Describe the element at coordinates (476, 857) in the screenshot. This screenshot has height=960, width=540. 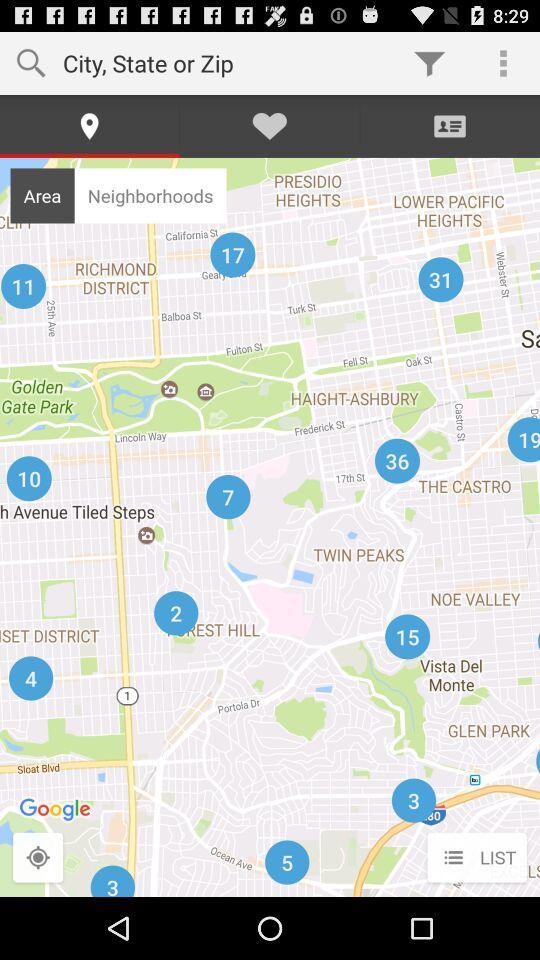
I see `list item` at that location.